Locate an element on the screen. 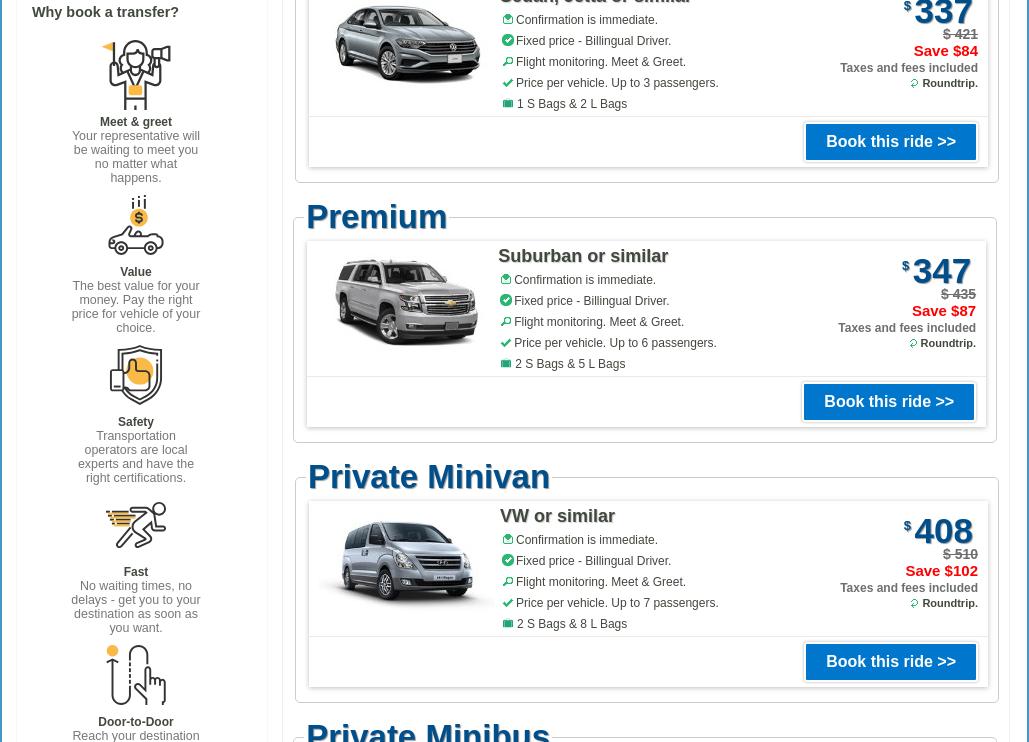 This screenshot has width=1029, height=742. 'Value' is located at coordinates (134, 271).